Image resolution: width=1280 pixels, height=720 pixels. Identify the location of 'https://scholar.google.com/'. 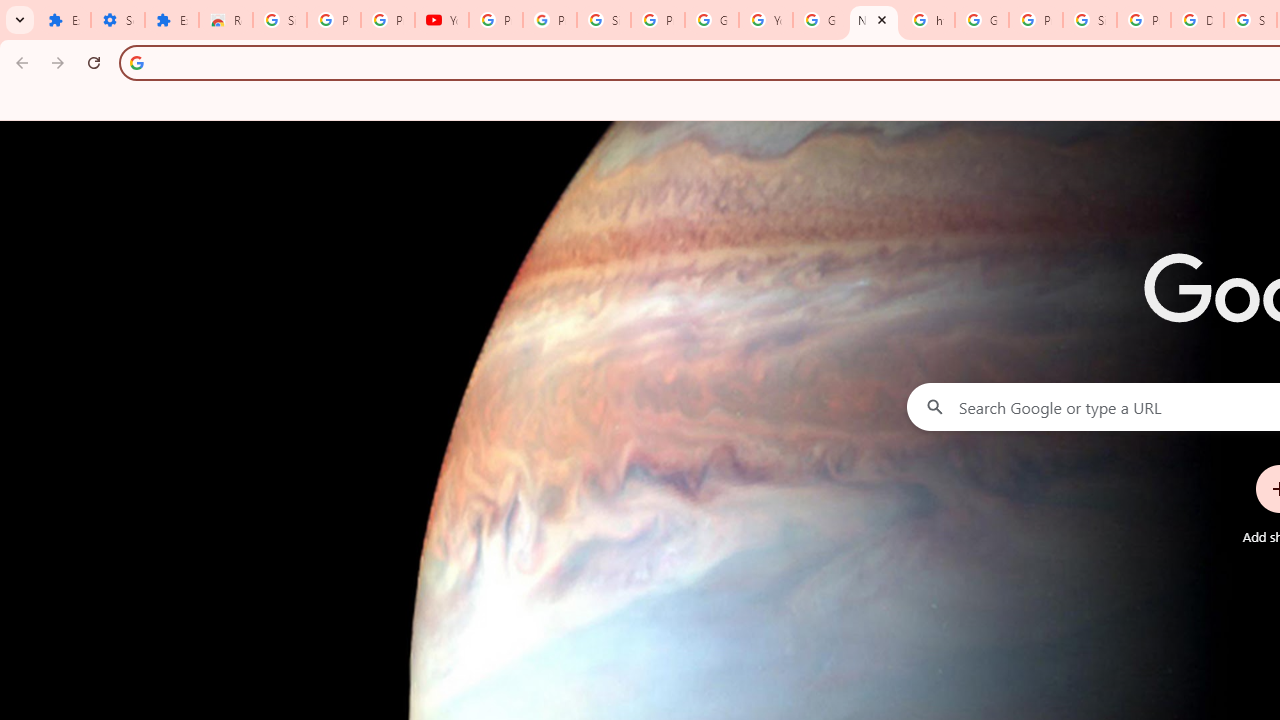
(927, 20).